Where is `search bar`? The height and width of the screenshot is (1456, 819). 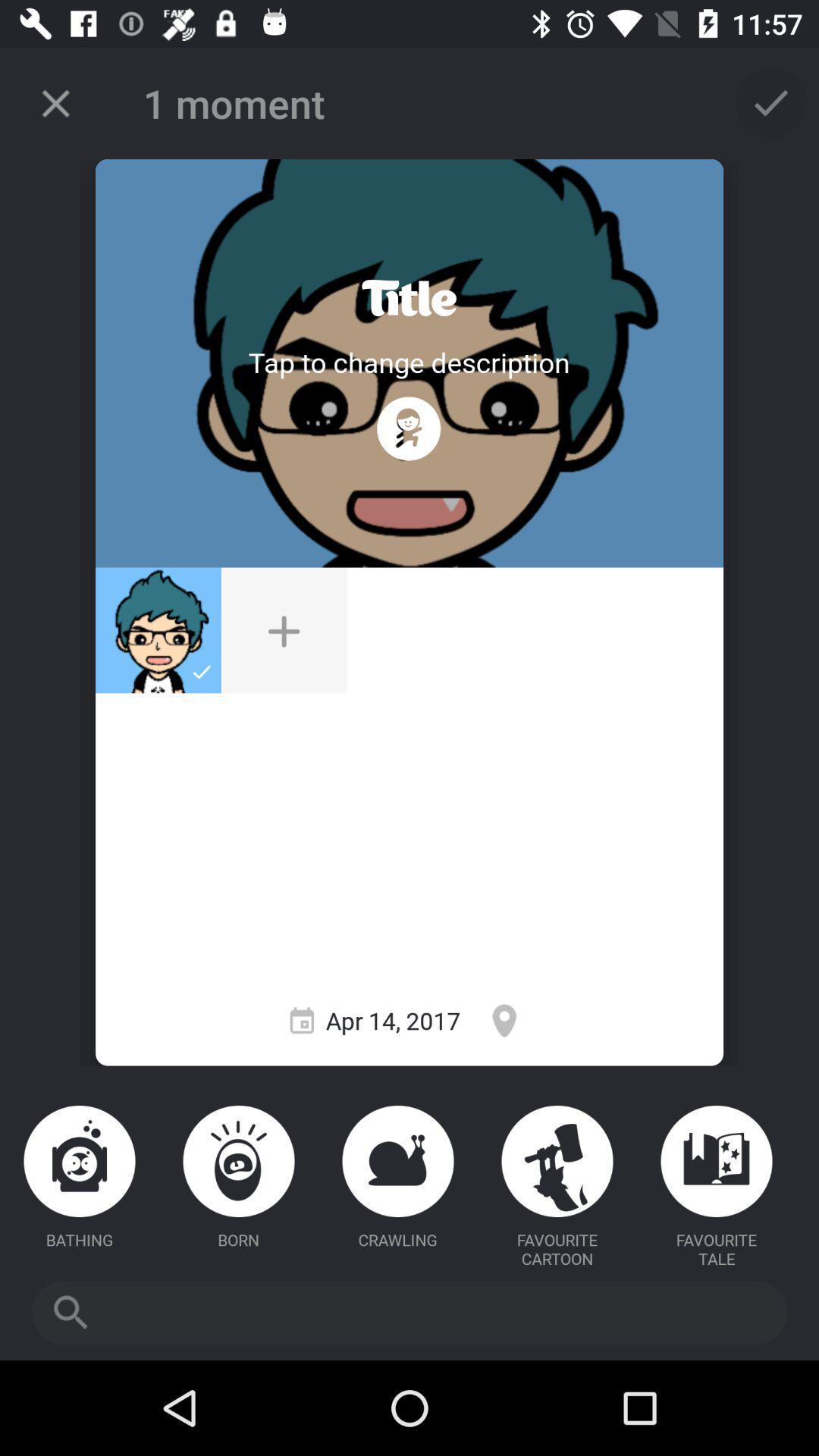 search bar is located at coordinates (409, 1312).